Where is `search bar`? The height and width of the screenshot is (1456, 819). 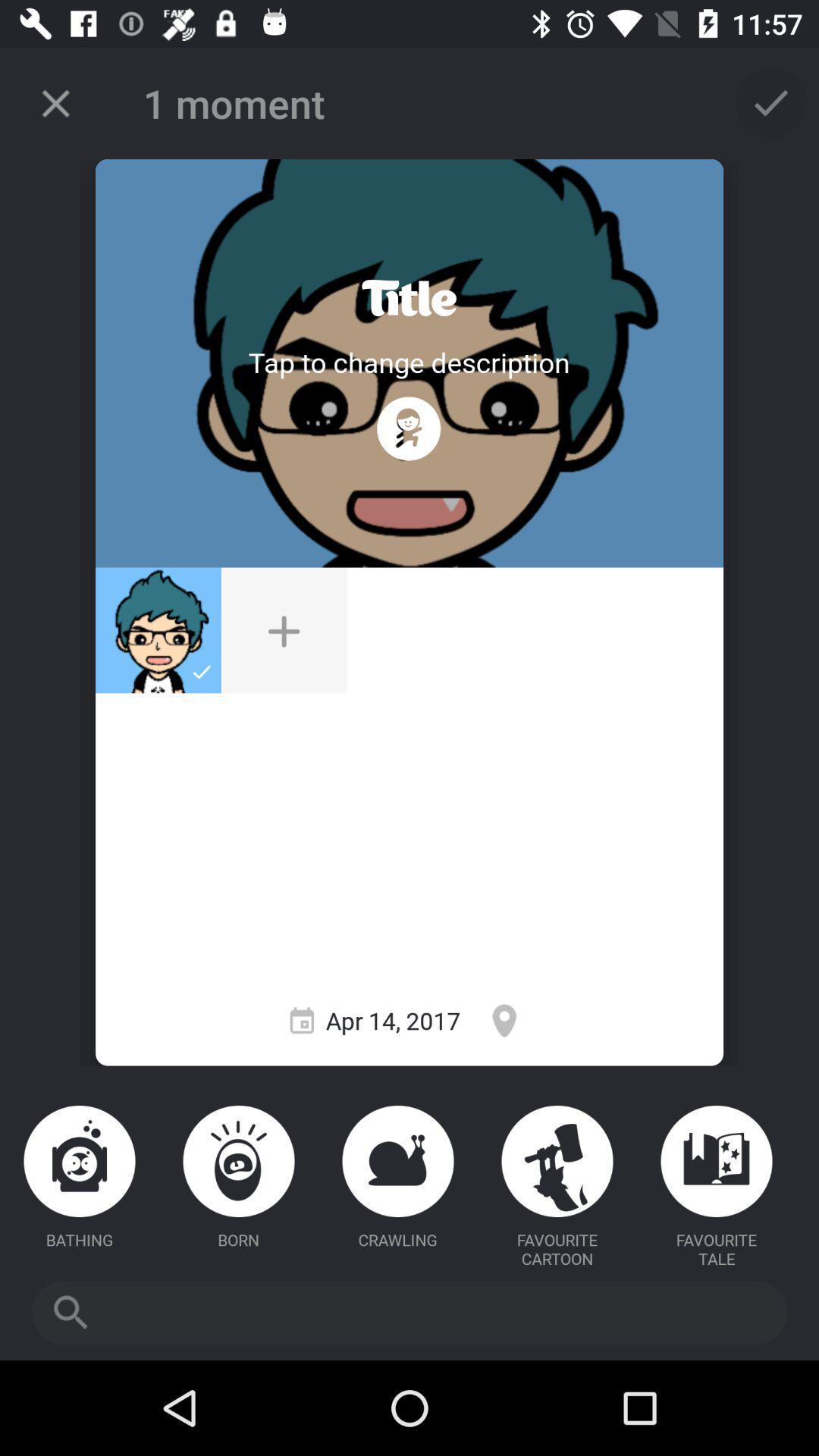 search bar is located at coordinates (409, 1312).